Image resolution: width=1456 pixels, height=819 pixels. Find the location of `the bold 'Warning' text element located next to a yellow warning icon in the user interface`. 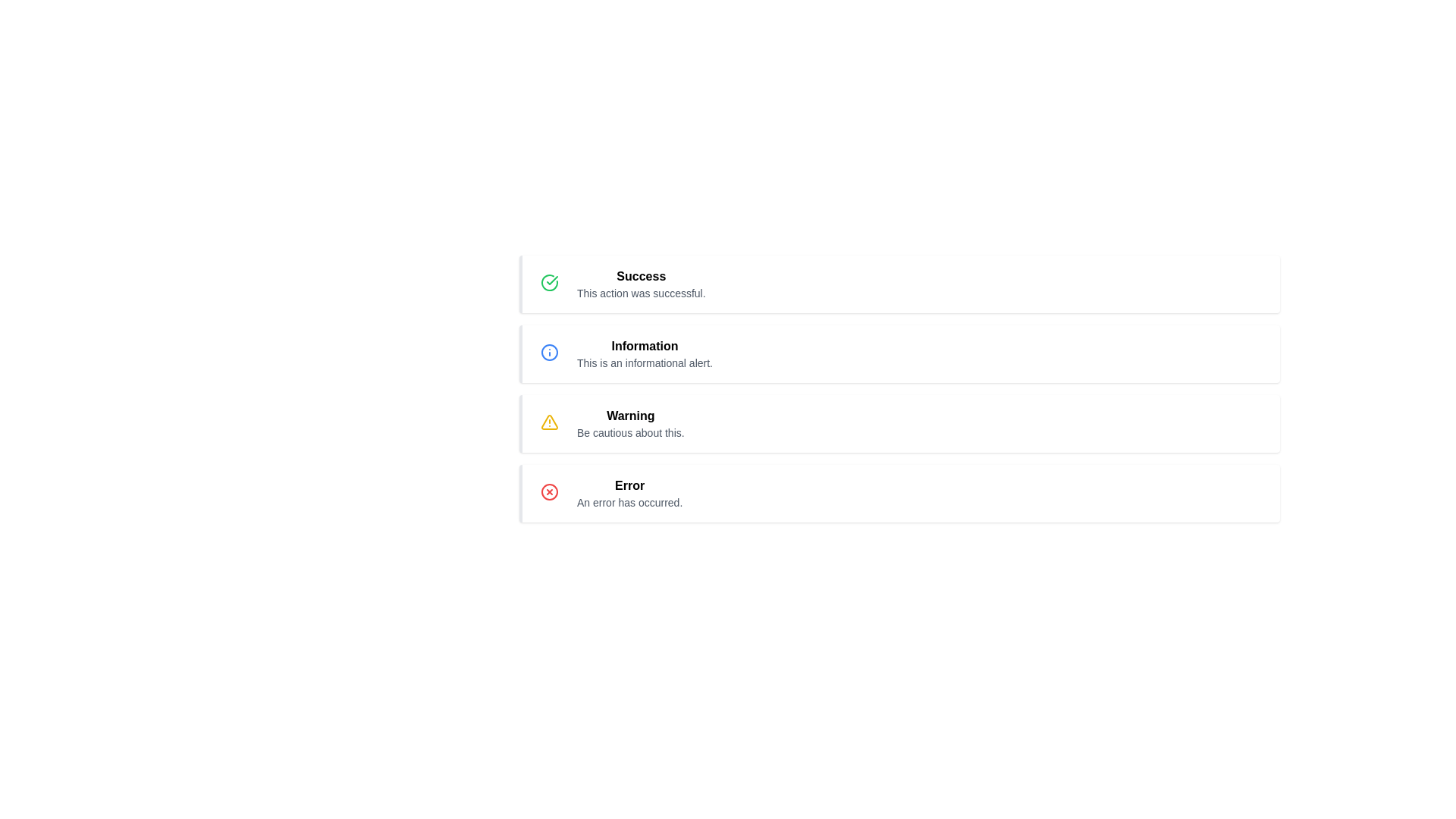

the bold 'Warning' text element located next to a yellow warning icon in the user interface is located at coordinates (630, 416).